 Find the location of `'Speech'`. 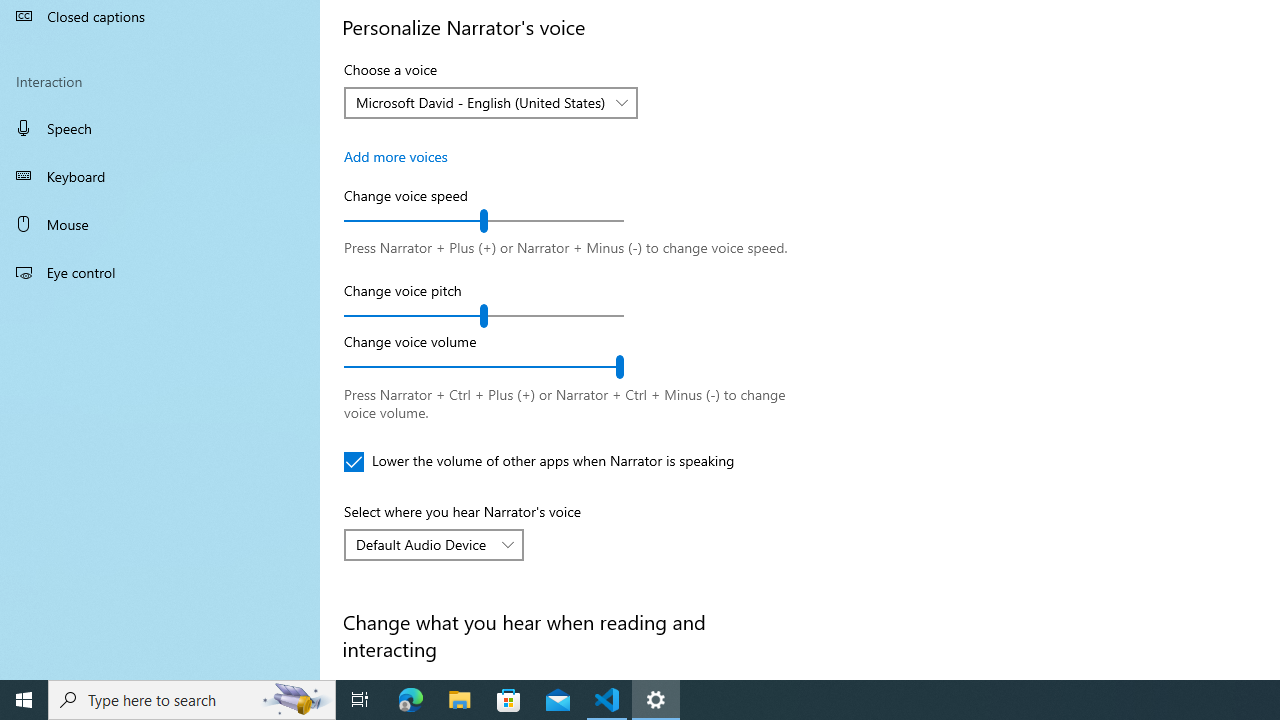

'Speech' is located at coordinates (160, 127).